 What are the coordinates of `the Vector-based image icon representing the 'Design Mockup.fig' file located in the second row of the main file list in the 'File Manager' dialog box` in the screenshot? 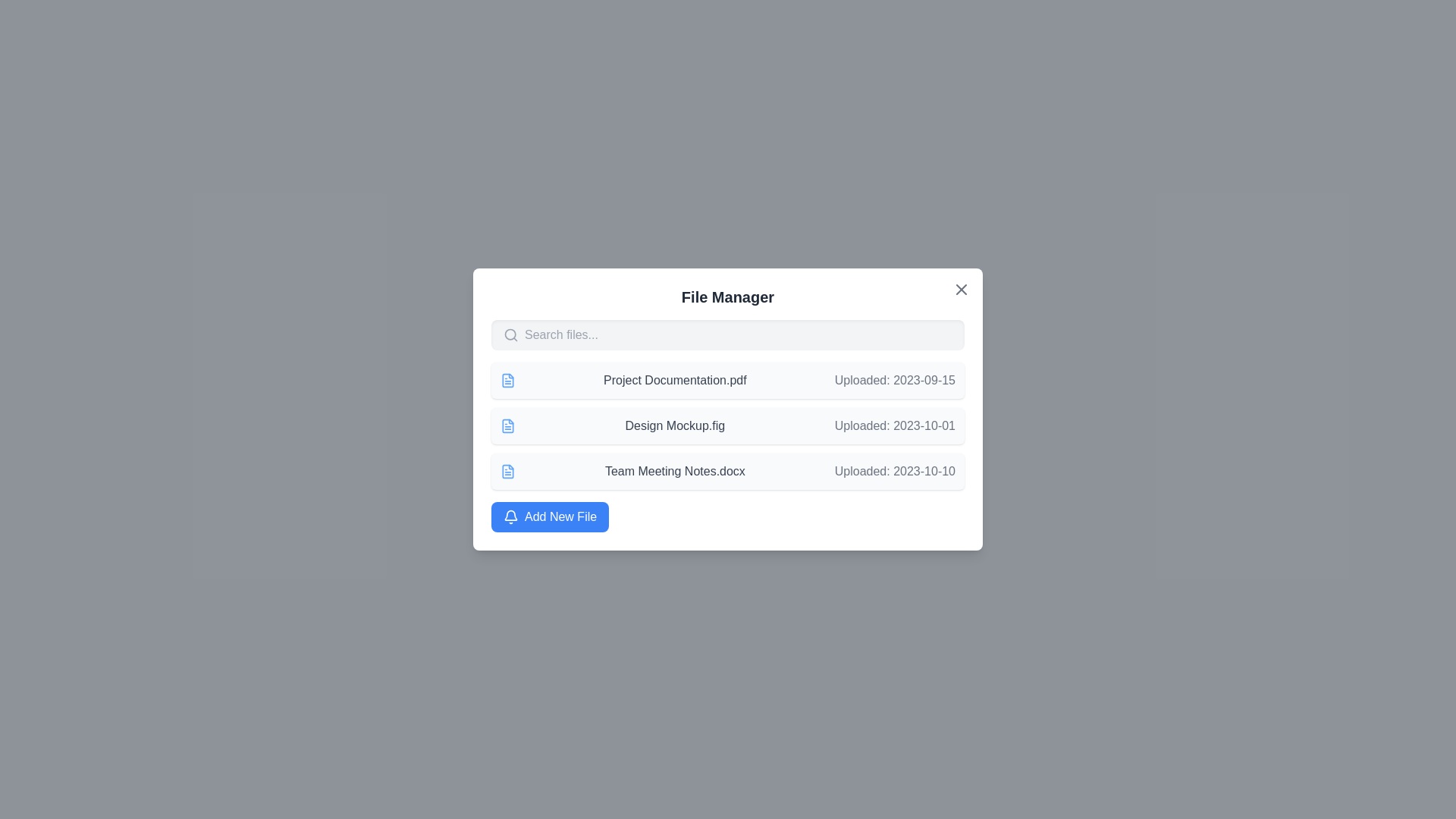 It's located at (508, 426).